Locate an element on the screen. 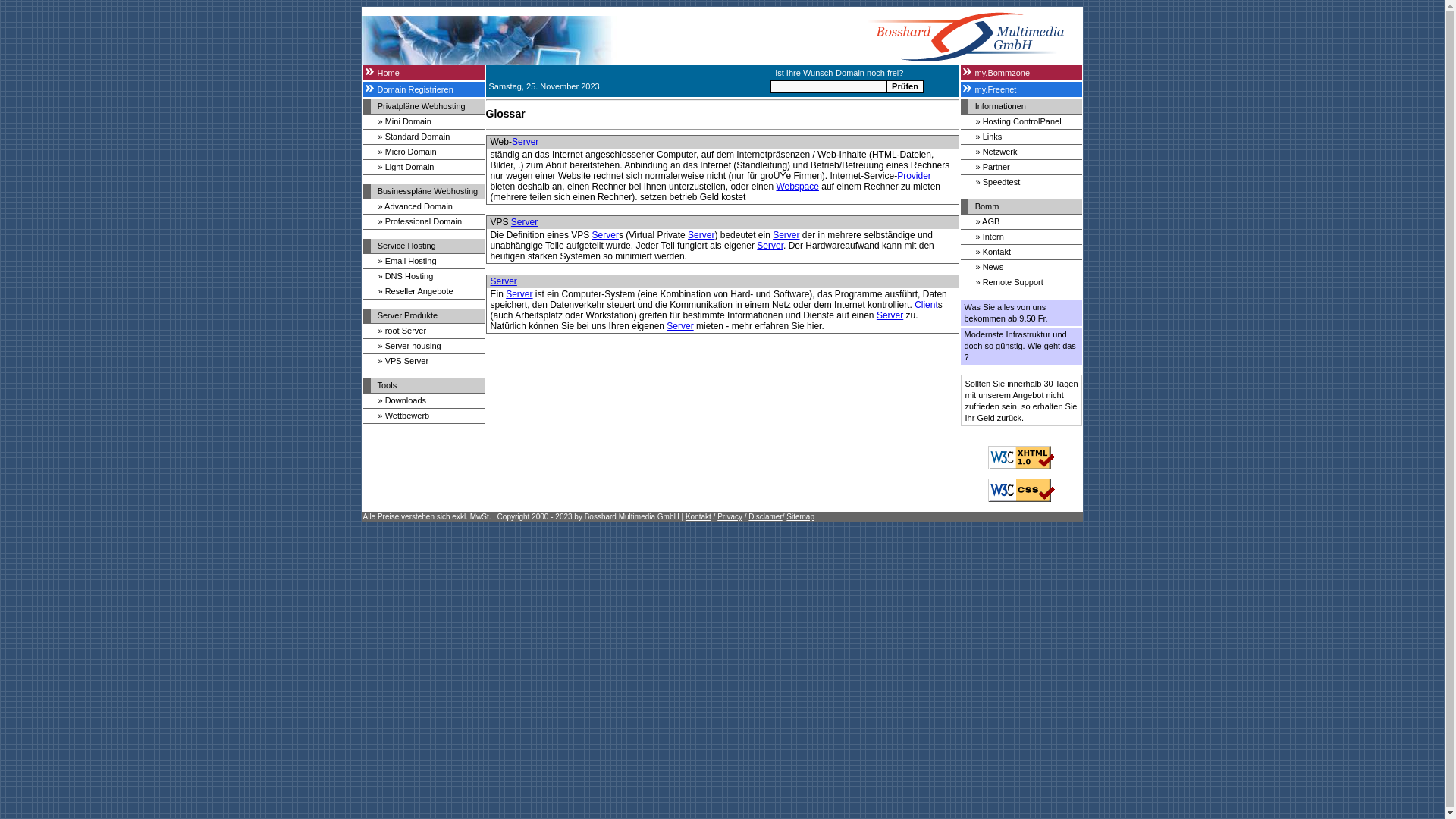 The image size is (1456, 819). 'Sitemap' is located at coordinates (786, 516).